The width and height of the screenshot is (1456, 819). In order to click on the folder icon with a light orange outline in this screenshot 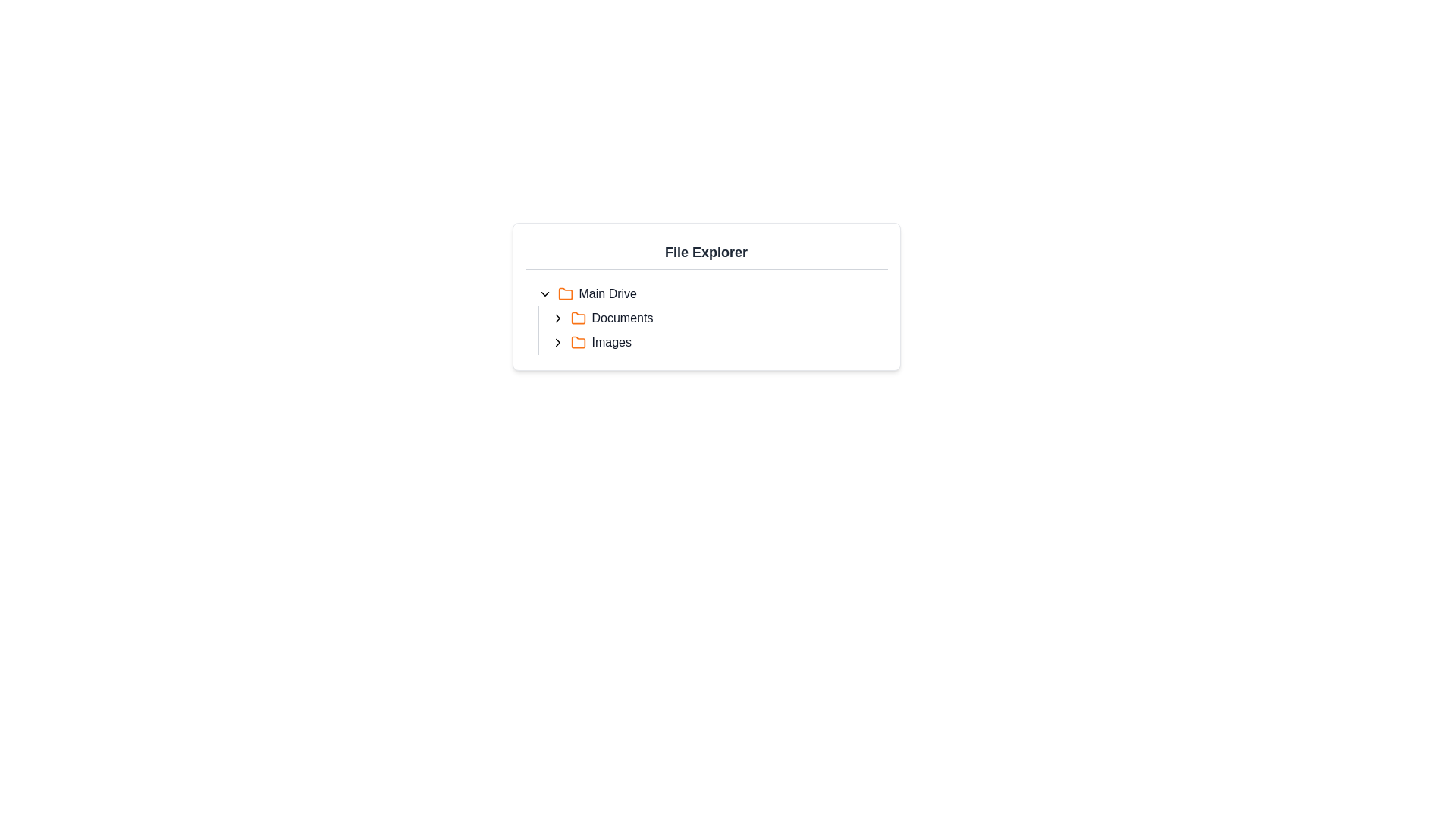, I will do `click(577, 342)`.